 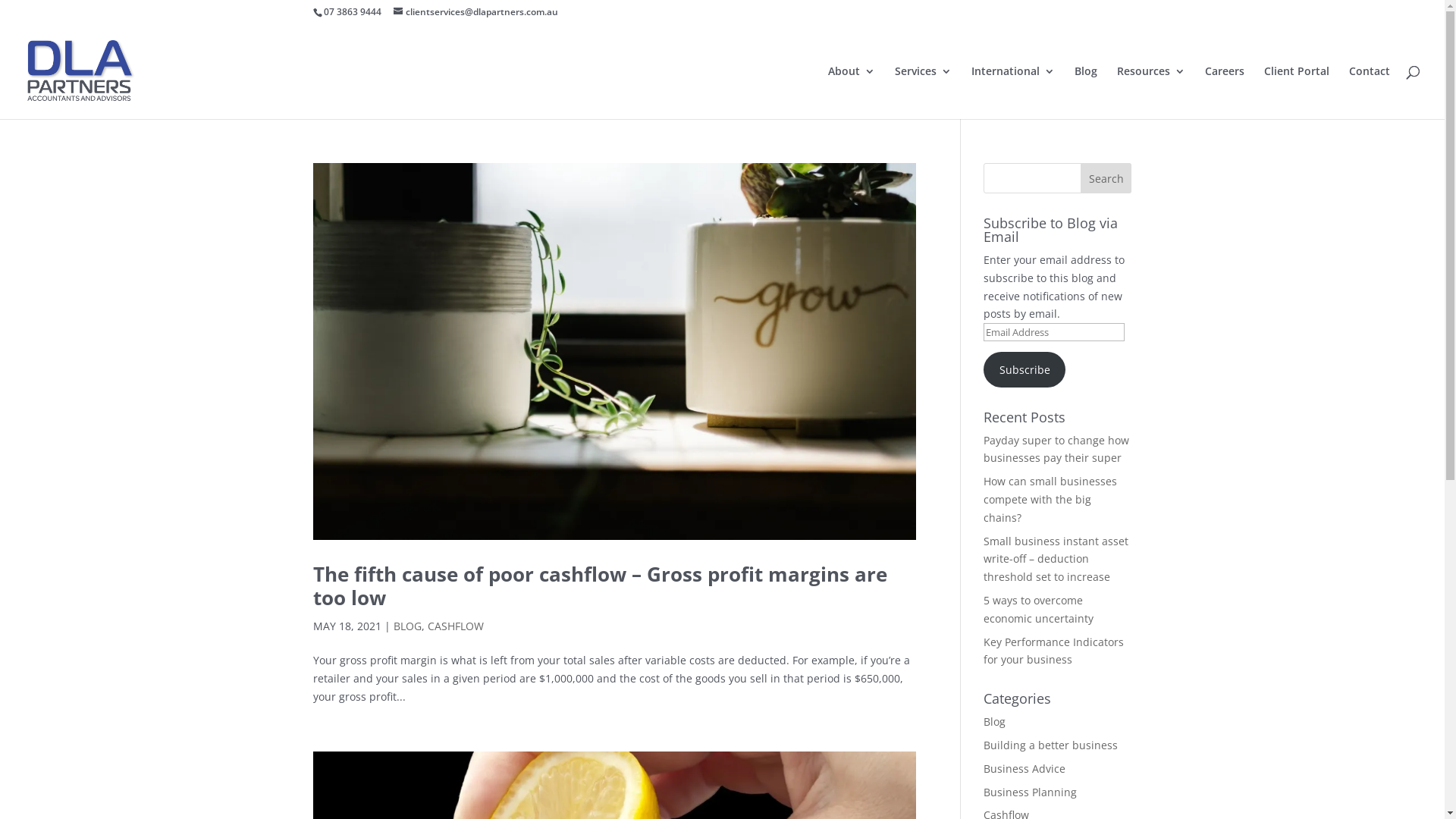 What do you see at coordinates (1224, 93) in the screenshot?
I see `'Careers'` at bounding box center [1224, 93].